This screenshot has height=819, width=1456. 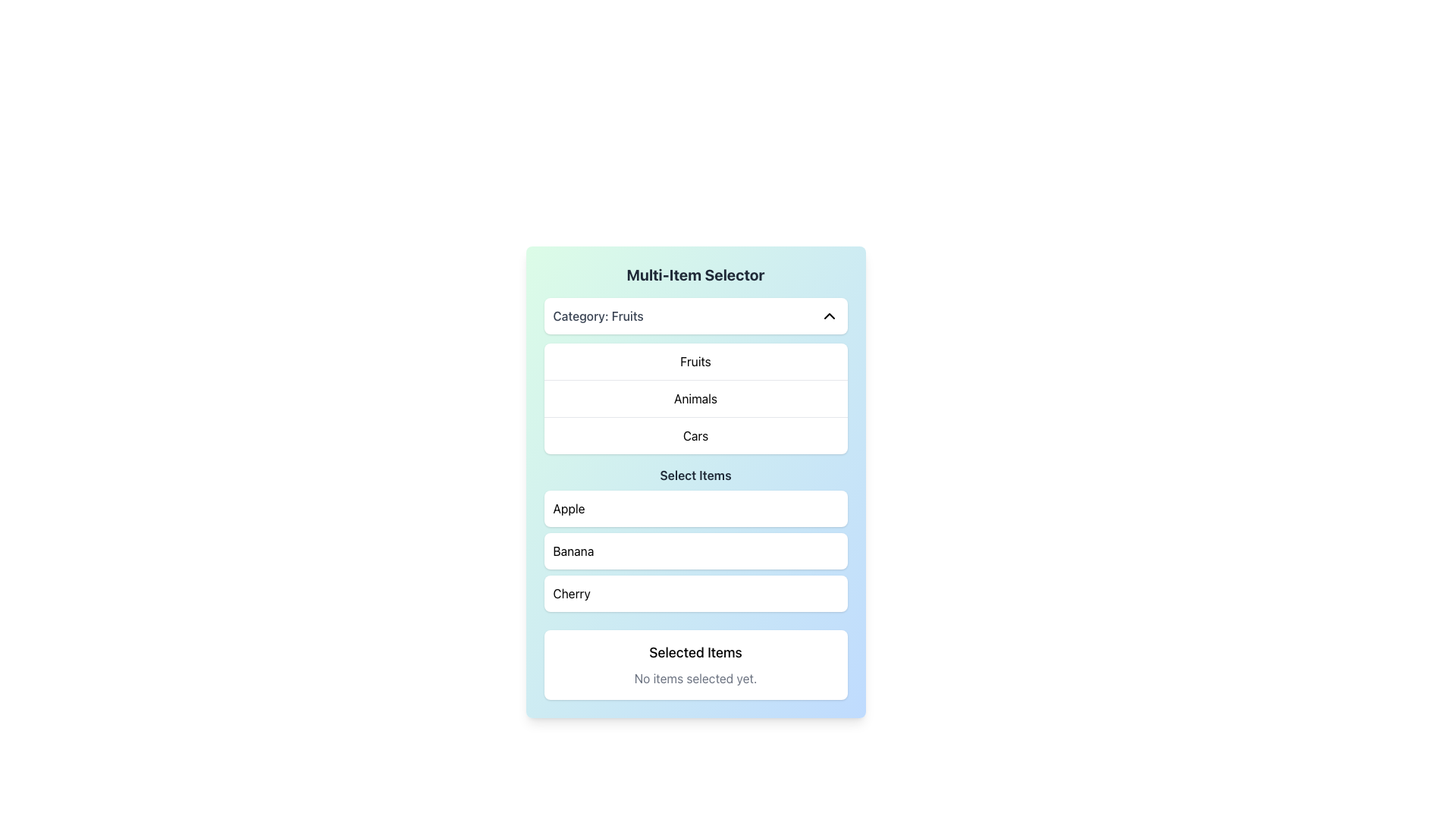 What do you see at coordinates (573, 551) in the screenshot?
I see `the 'Banana' text label` at bounding box center [573, 551].